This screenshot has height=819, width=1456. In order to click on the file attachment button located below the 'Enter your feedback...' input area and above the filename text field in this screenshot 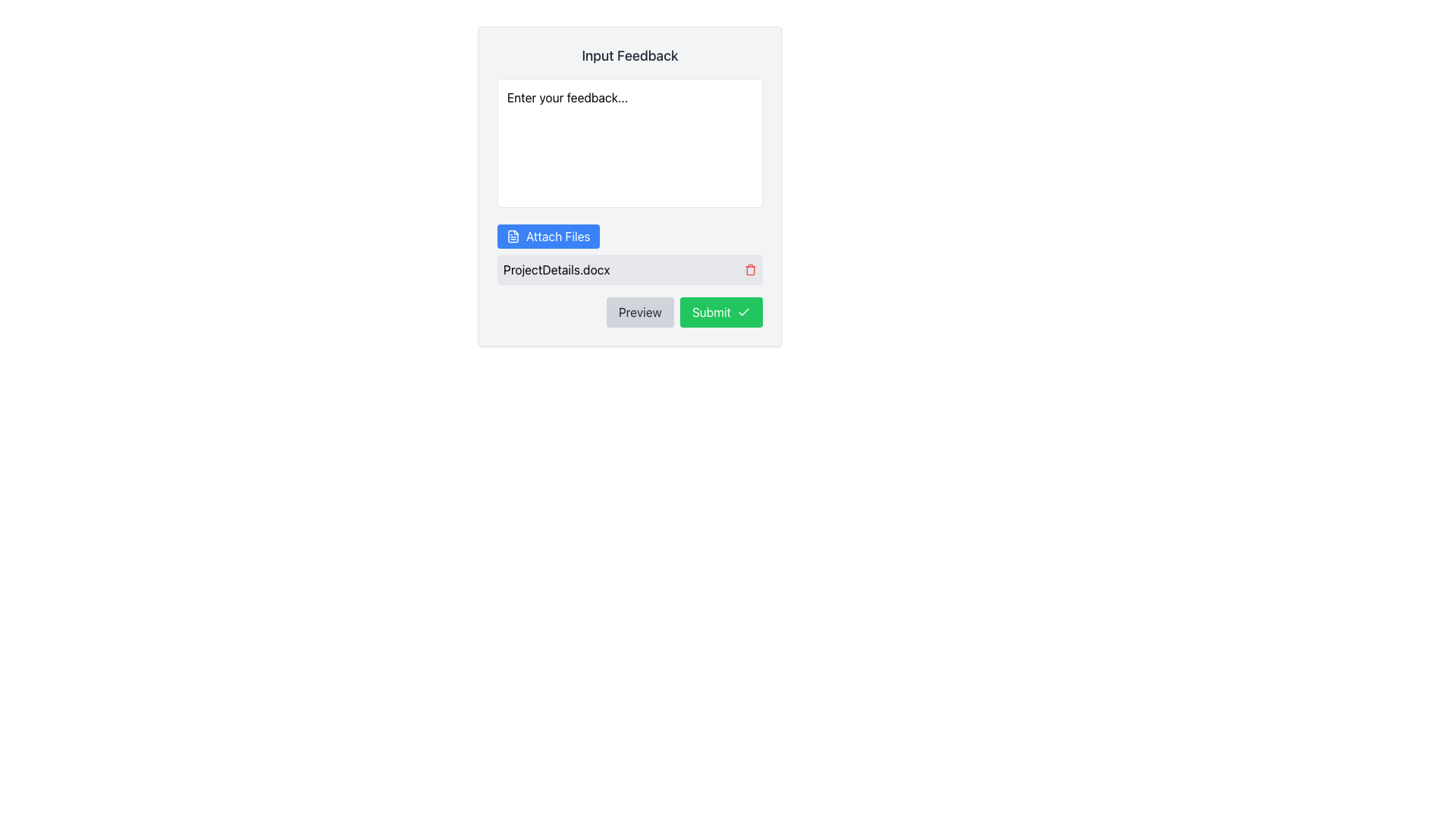, I will do `click(548, 237)`.